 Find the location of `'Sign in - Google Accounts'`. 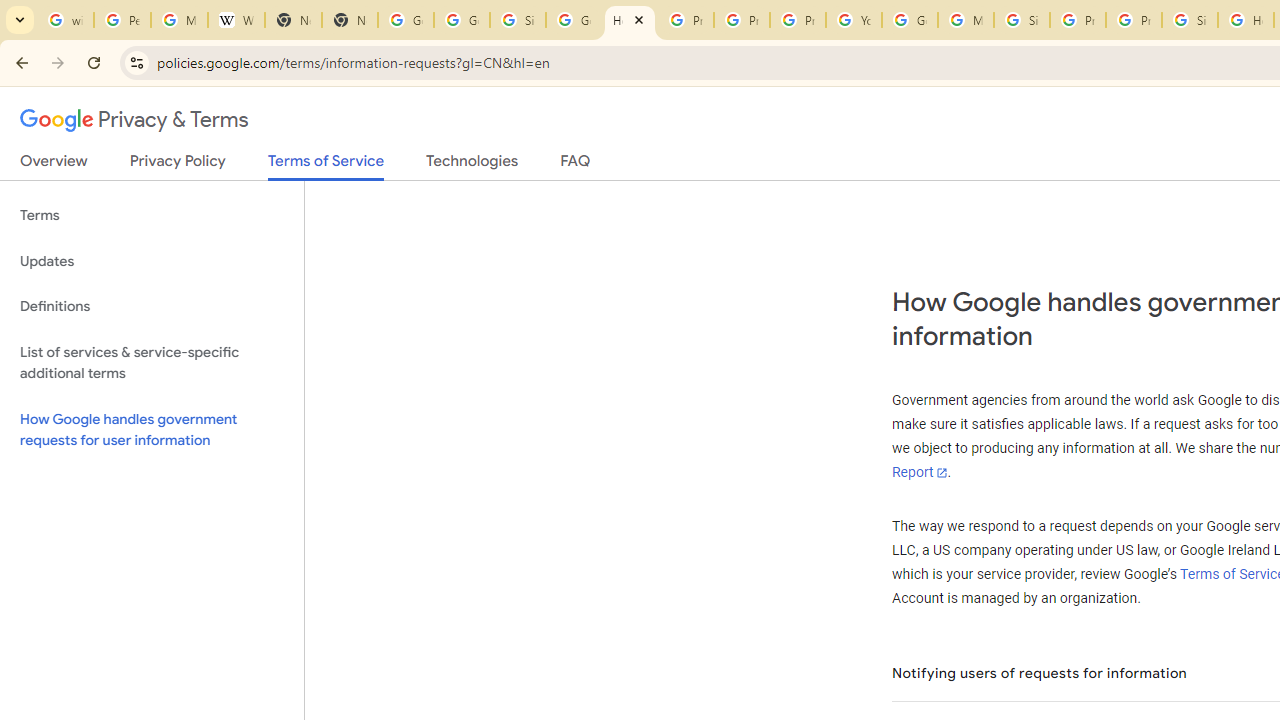

'Sign in - Google Accounts' is located at coordinates (1022, 20).